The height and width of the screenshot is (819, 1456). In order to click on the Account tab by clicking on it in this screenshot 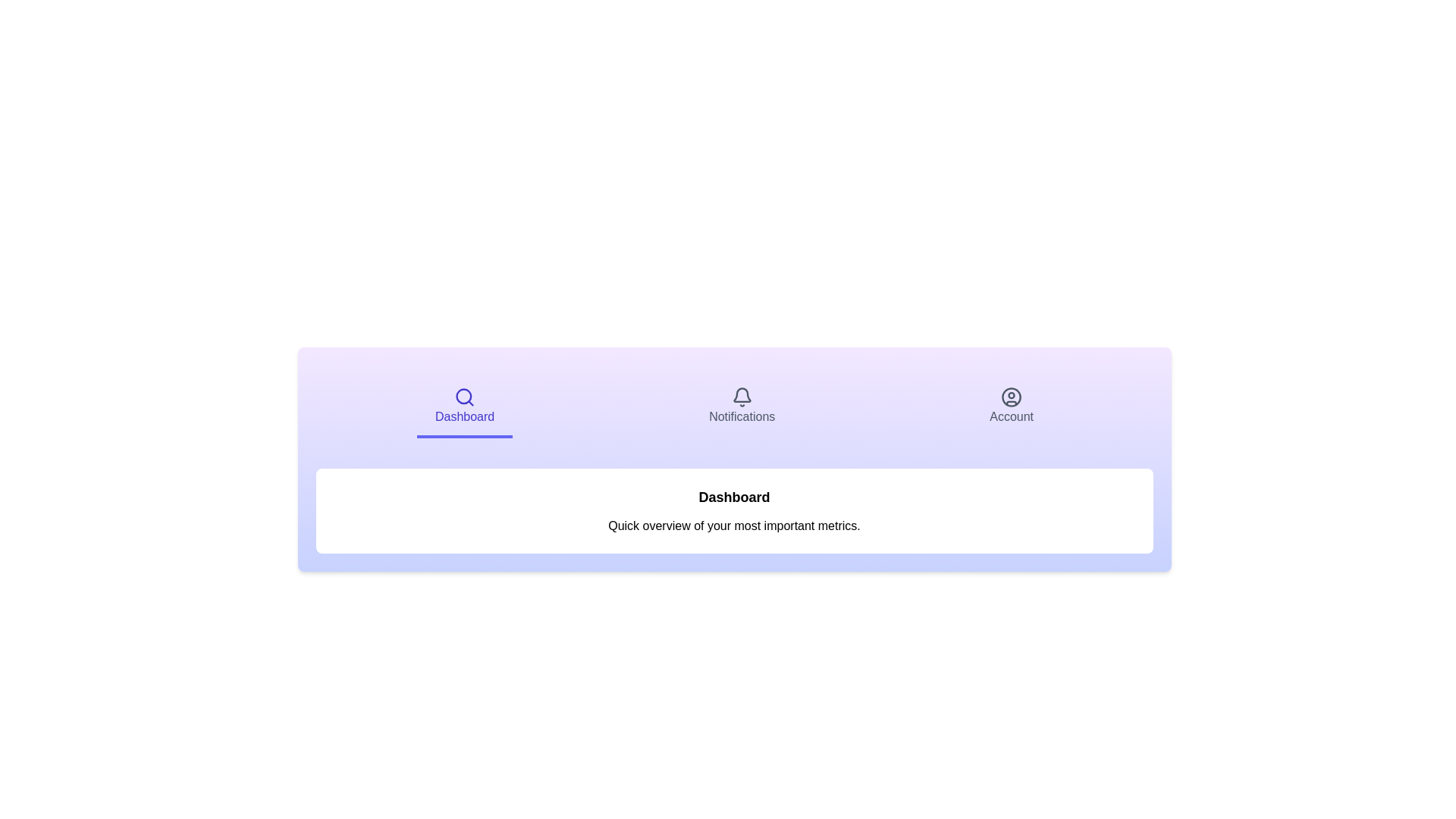, I will do `click(1012, 406)`.